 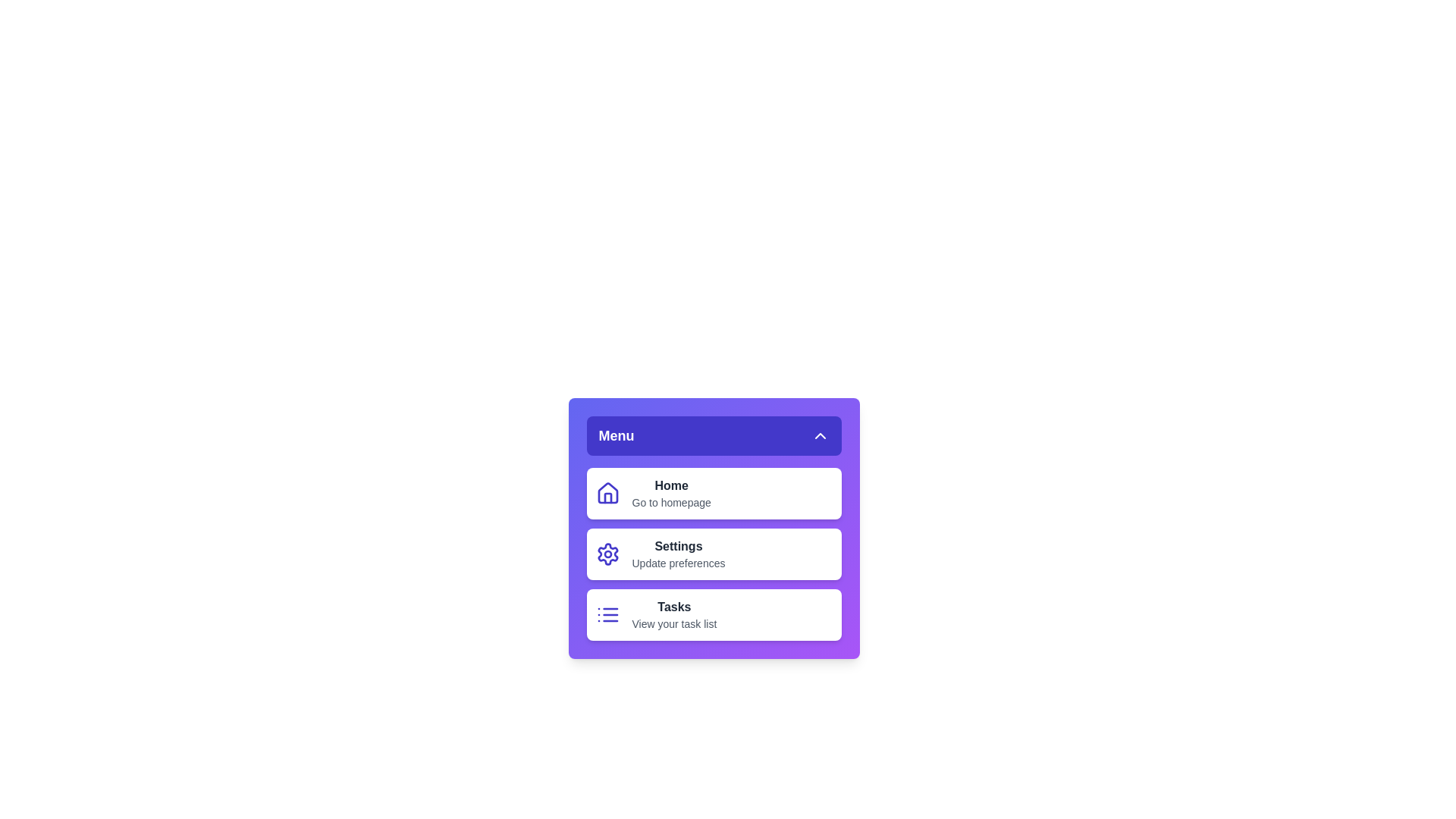 I want to click on the Settings icon to inspect its visual feedback, so click(x=607, y=554).